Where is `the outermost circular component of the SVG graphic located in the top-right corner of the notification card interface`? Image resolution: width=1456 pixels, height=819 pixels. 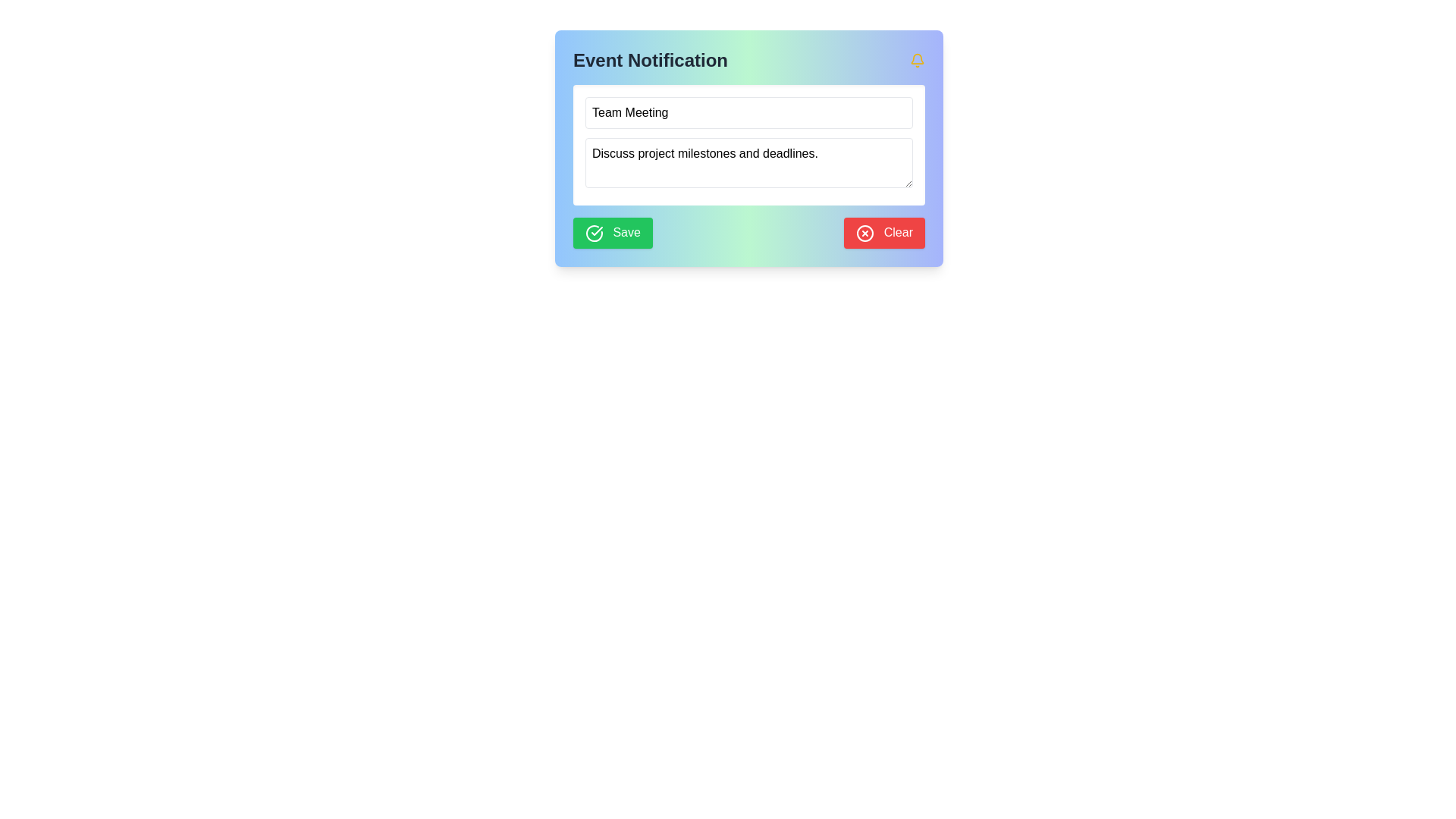
the outermost circular component of the SVG graphic located in the top-right corner of the notification card interface is located at coordinates (865, 233).